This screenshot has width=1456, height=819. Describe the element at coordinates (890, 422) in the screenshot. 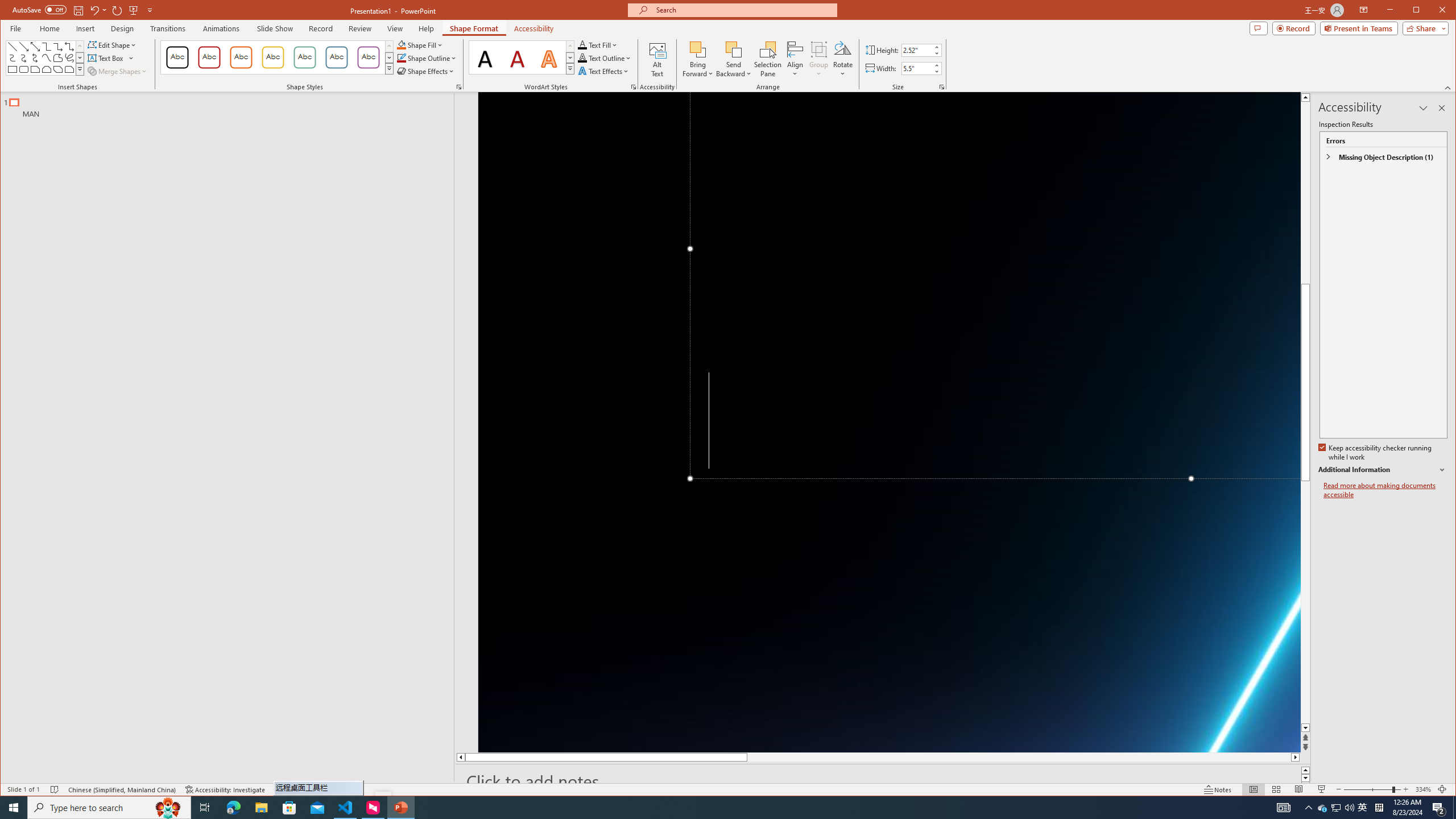

I see `'Neon laser lights aligned to form a triangle'` at that location.